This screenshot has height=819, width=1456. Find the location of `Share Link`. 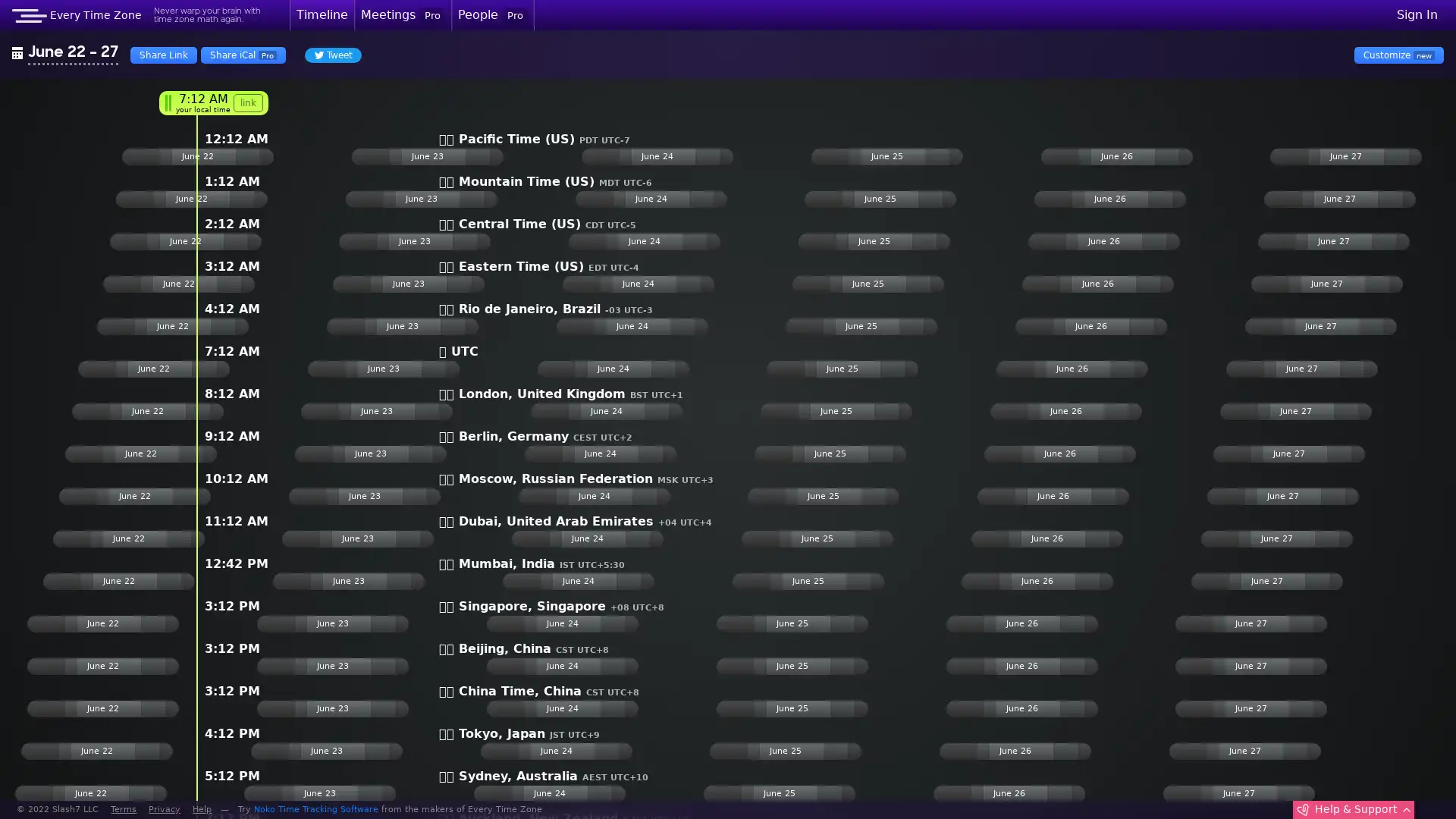

Share Link is located at coordinates (164, 54).